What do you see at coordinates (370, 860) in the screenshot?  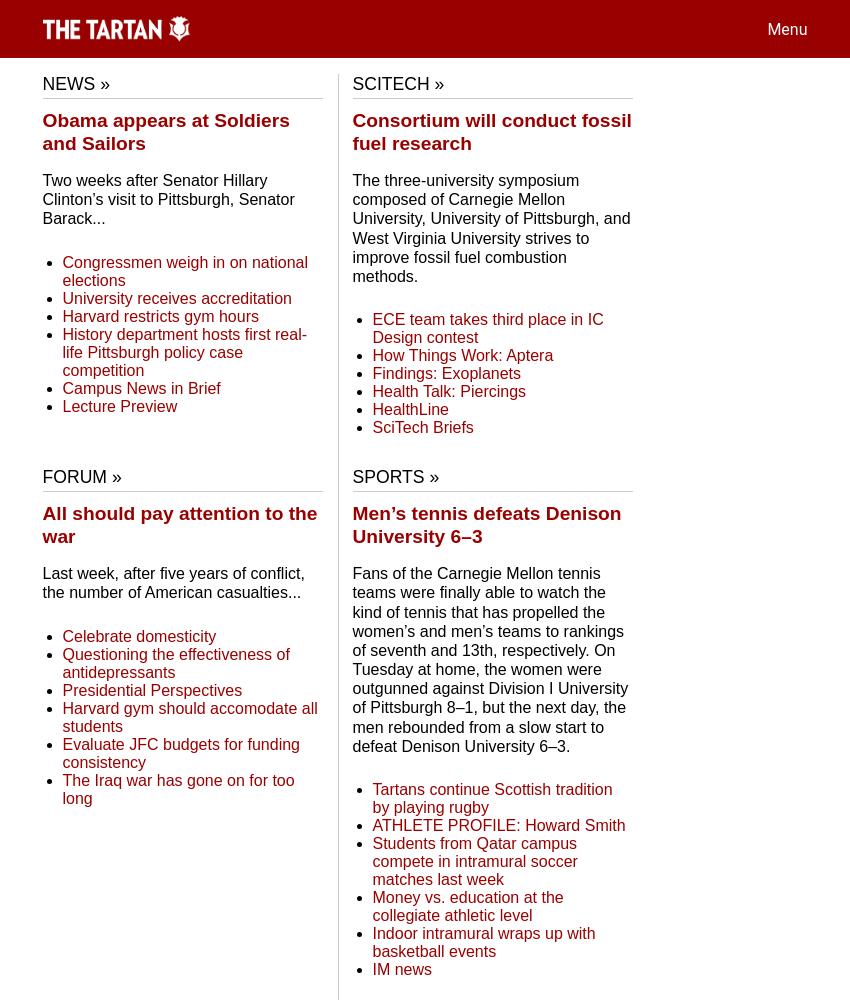 I see `'Students from Qatar campus compete in intramural soccer matches last week'` at bounding box center [370, 860].